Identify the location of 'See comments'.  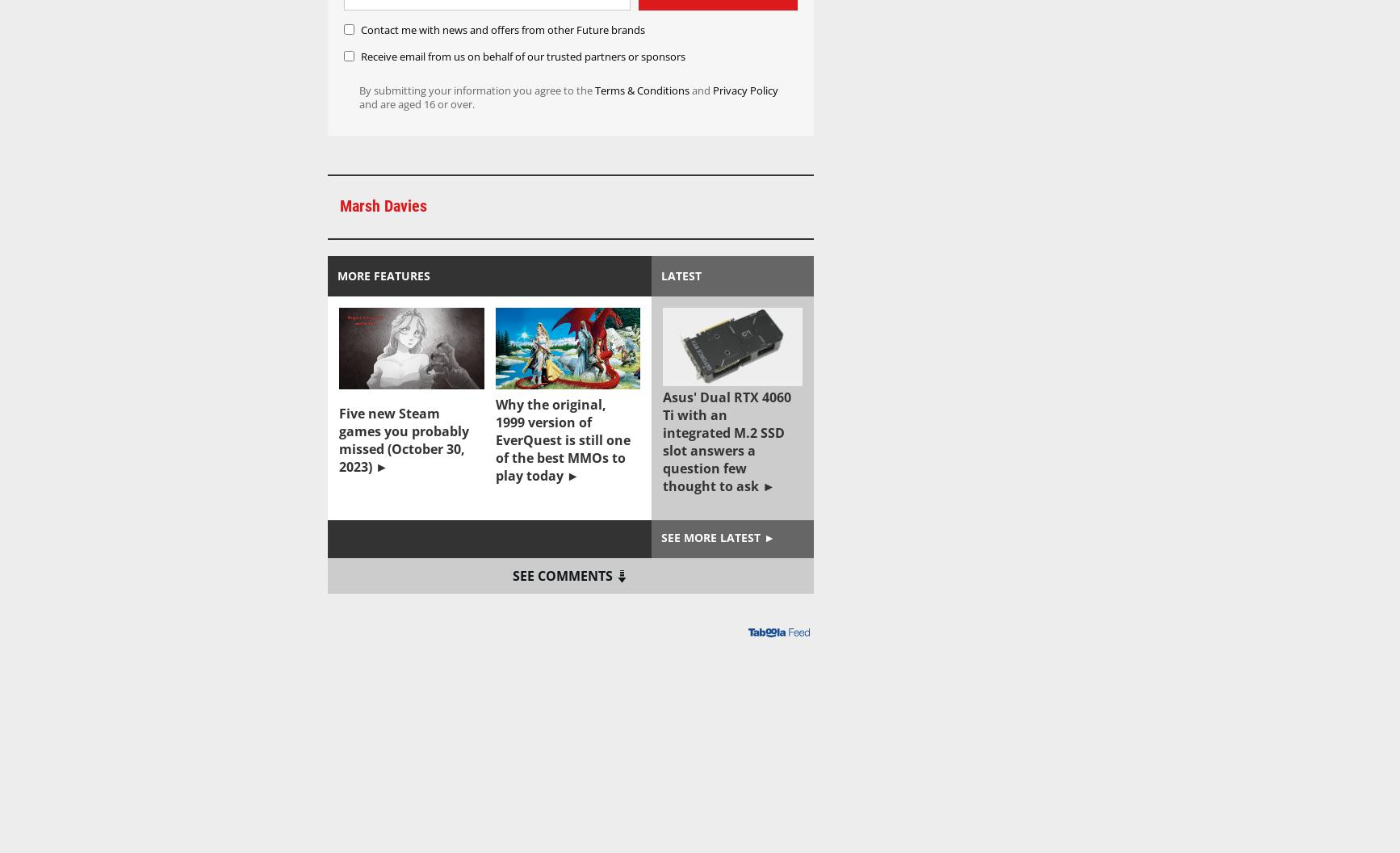
(562, 576).